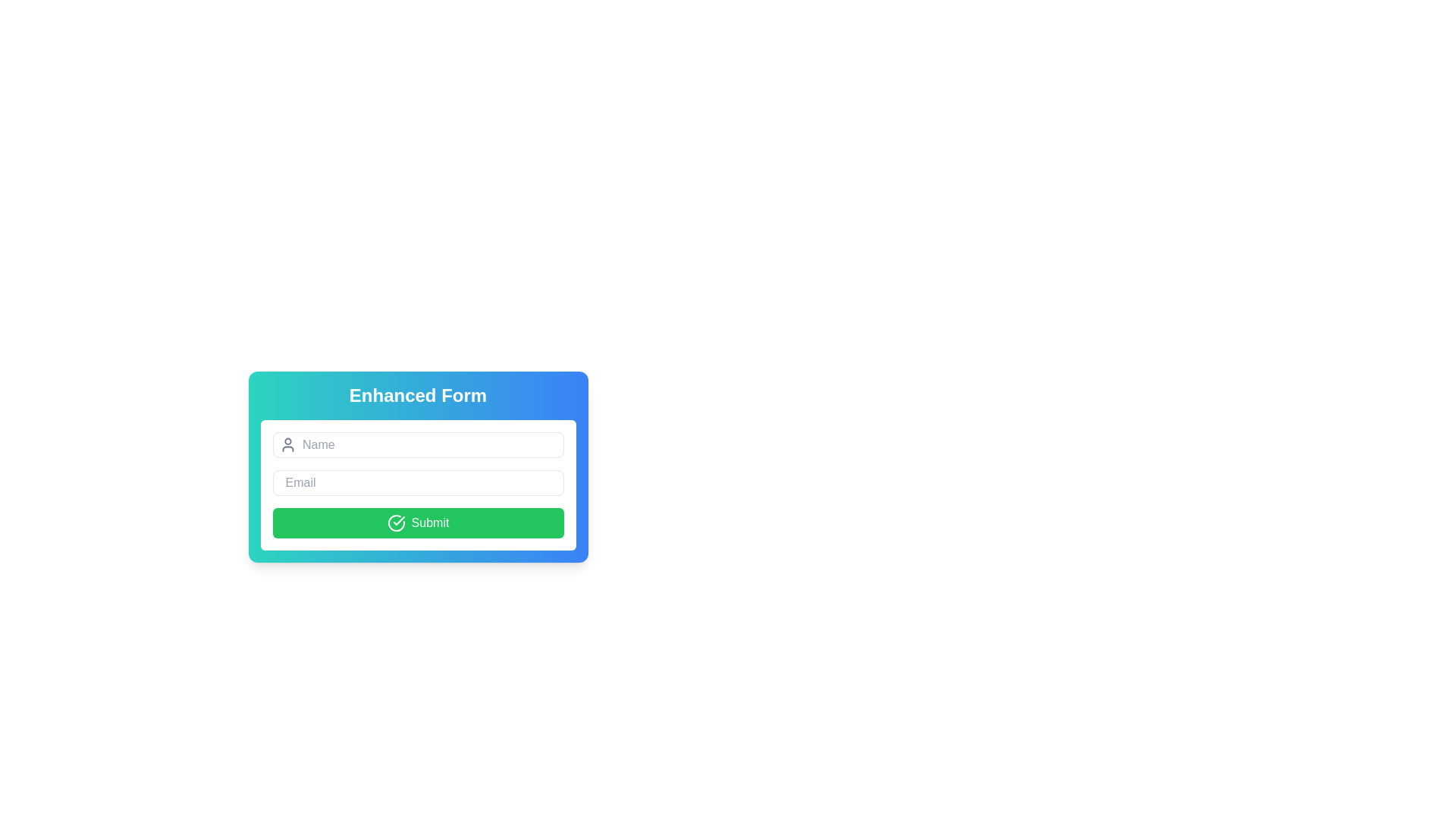 Image resolution: width=1456 pixels, height=819 pixels. I want to click on the confirmation check mark icon on the green circular button located at the bottom of the form layout, so click(399, 519).